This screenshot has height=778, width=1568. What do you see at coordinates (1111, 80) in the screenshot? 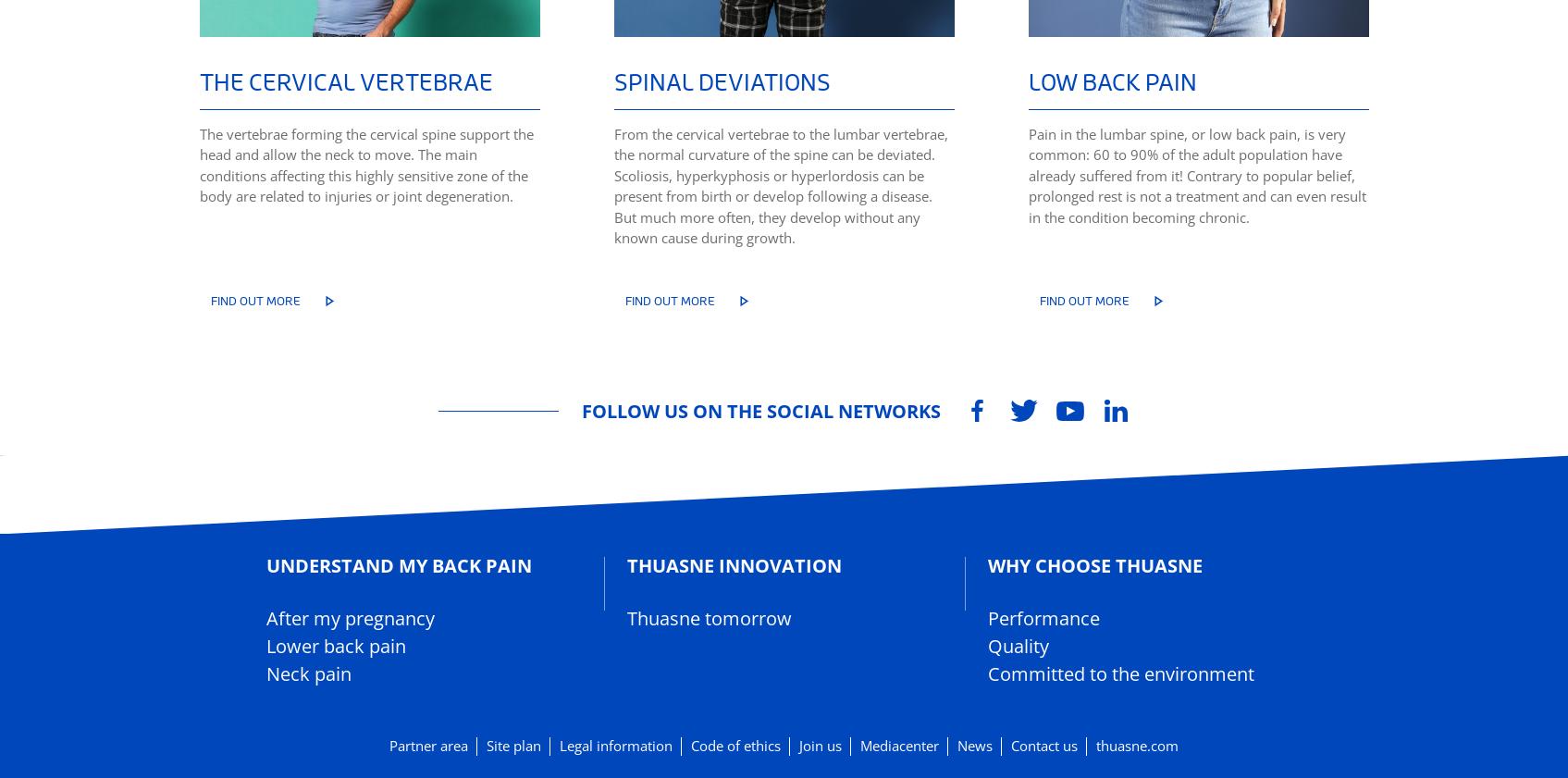
I see `'Low back pain'` at bounding box center [1111, 80].